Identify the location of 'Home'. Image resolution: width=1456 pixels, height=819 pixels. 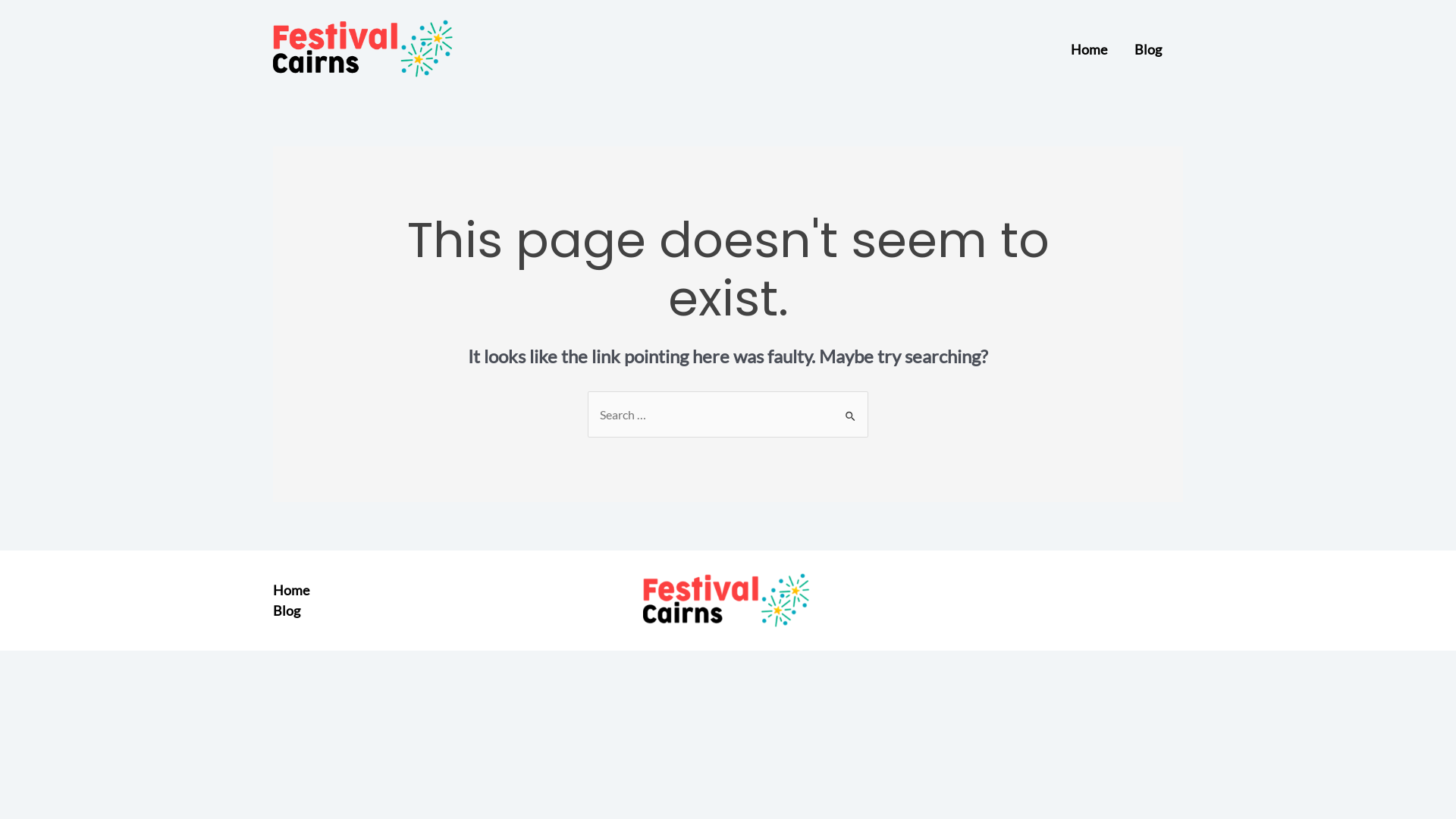
(1087, 49).